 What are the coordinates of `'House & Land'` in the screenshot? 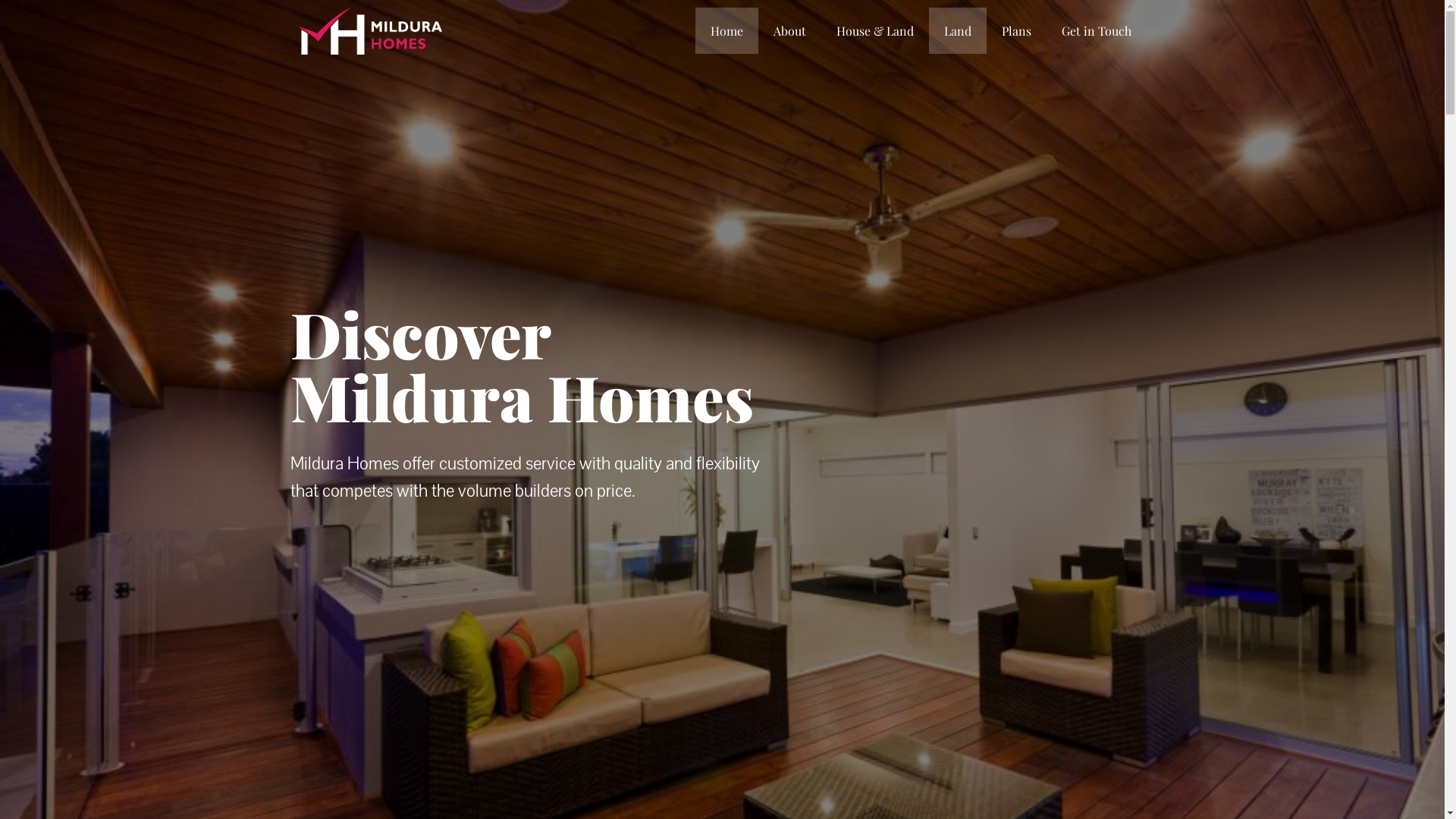 It's located at (874, 30).